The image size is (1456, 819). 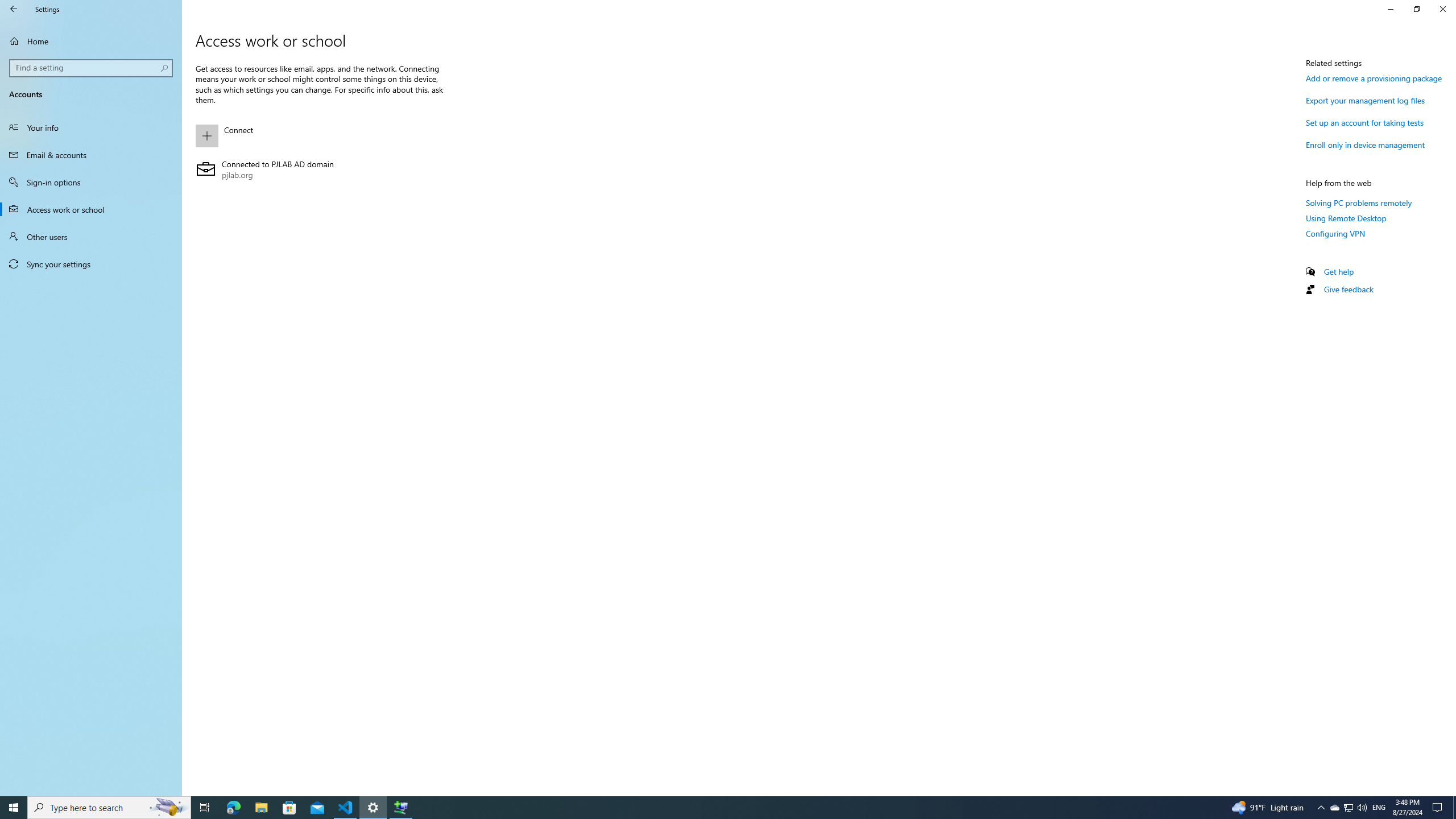 What do you see at coordinates (1366, 144) in the screenshot?
I see `'Enroll only in device management'` at bounding box center [1366, 144].